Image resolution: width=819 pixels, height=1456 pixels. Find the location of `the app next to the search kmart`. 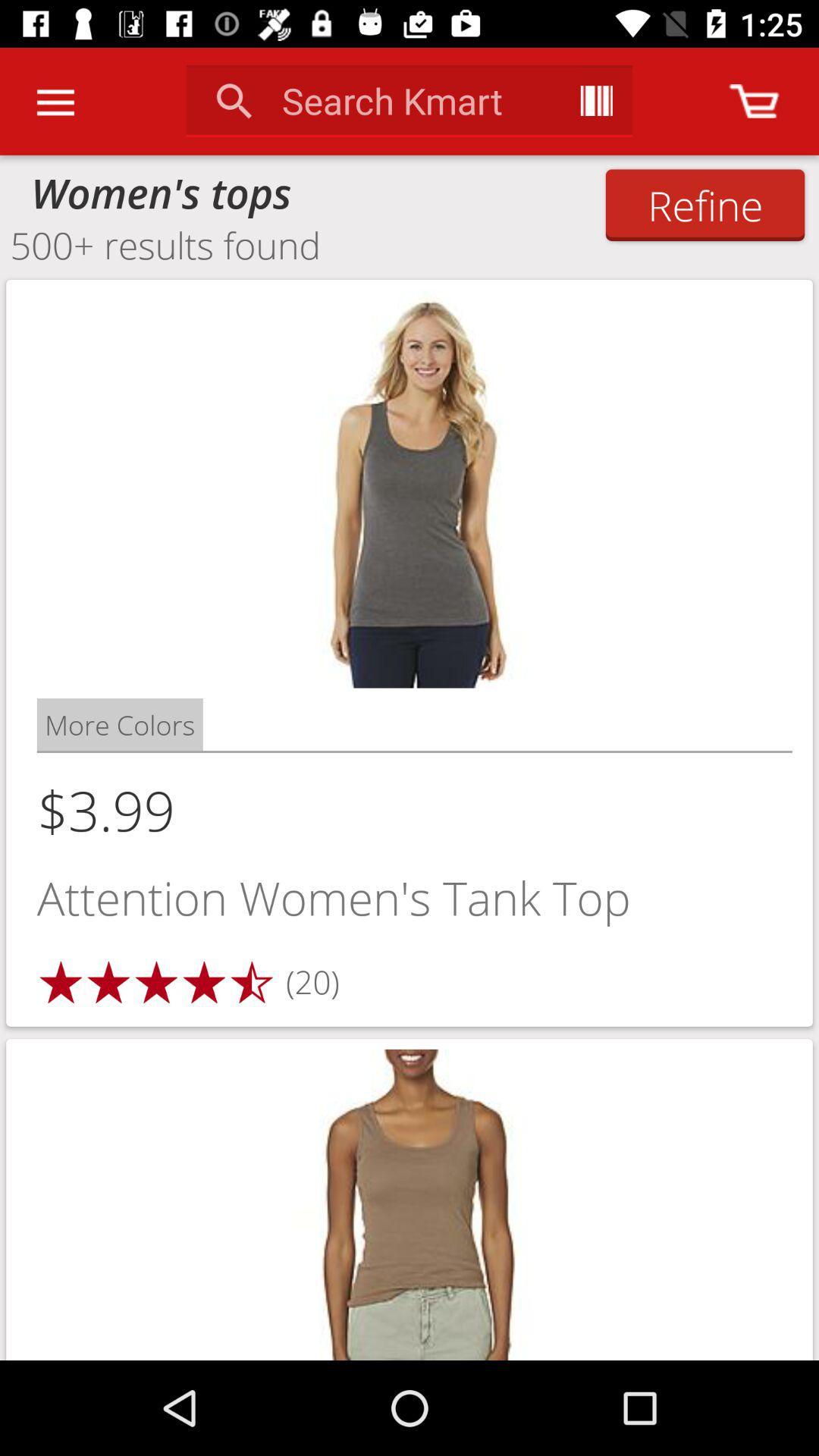

the app next to the search kmart is located at coordinates (595, 100).